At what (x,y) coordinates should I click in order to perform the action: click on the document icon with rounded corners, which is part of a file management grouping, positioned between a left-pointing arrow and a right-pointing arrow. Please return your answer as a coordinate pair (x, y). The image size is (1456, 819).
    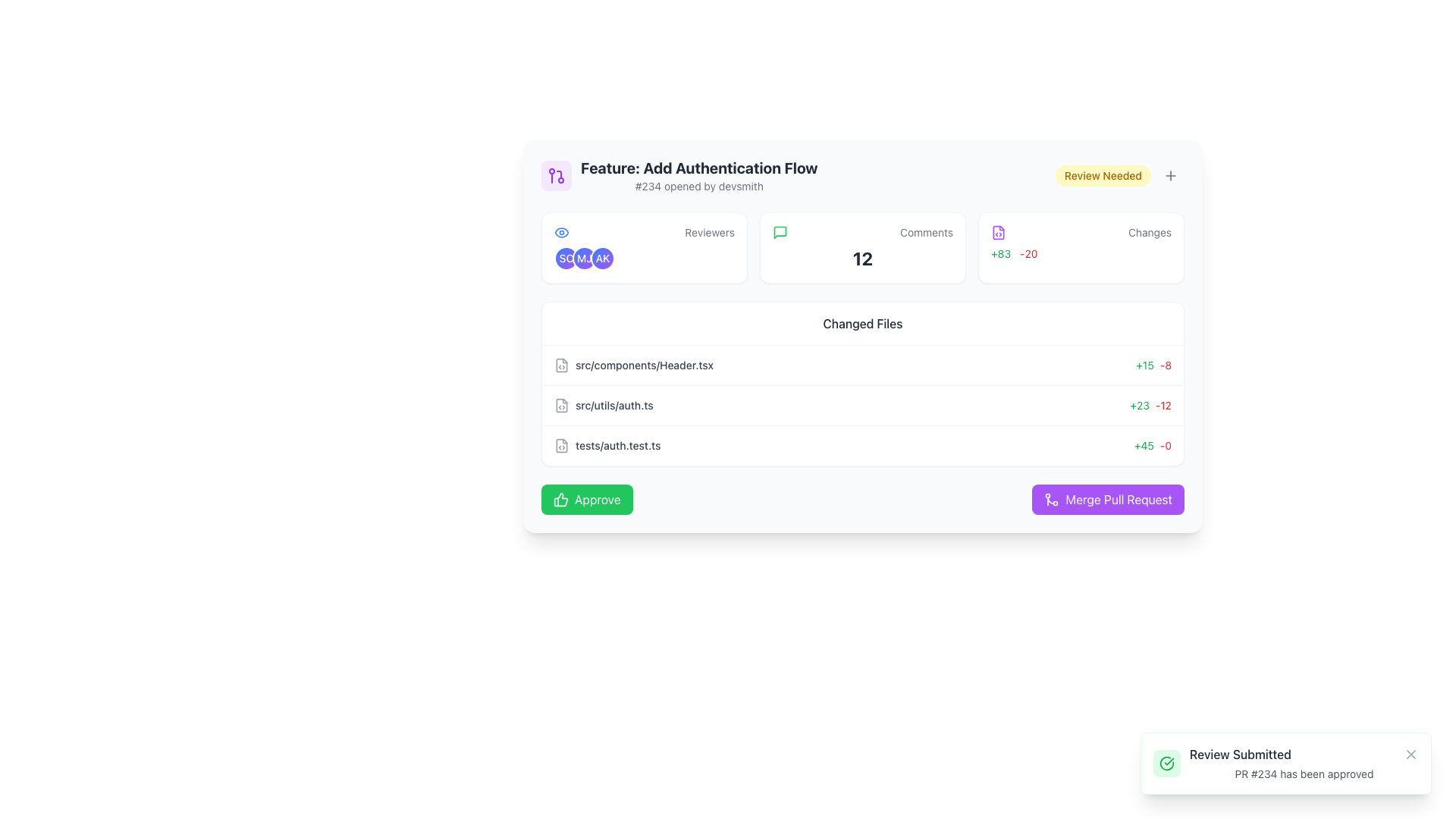
    Looking at the image, I should click on (560, 366).